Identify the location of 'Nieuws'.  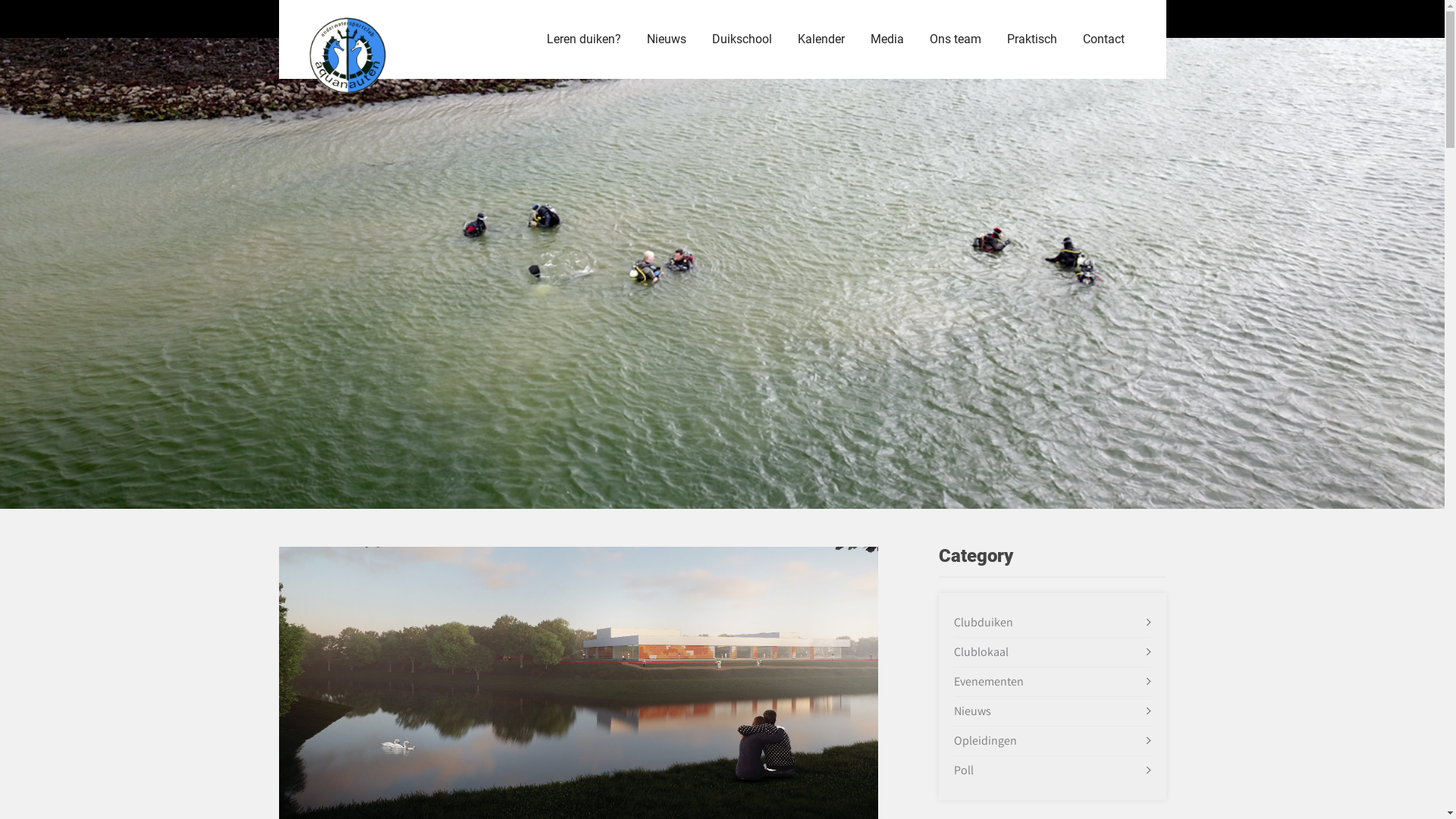
(635, 38).